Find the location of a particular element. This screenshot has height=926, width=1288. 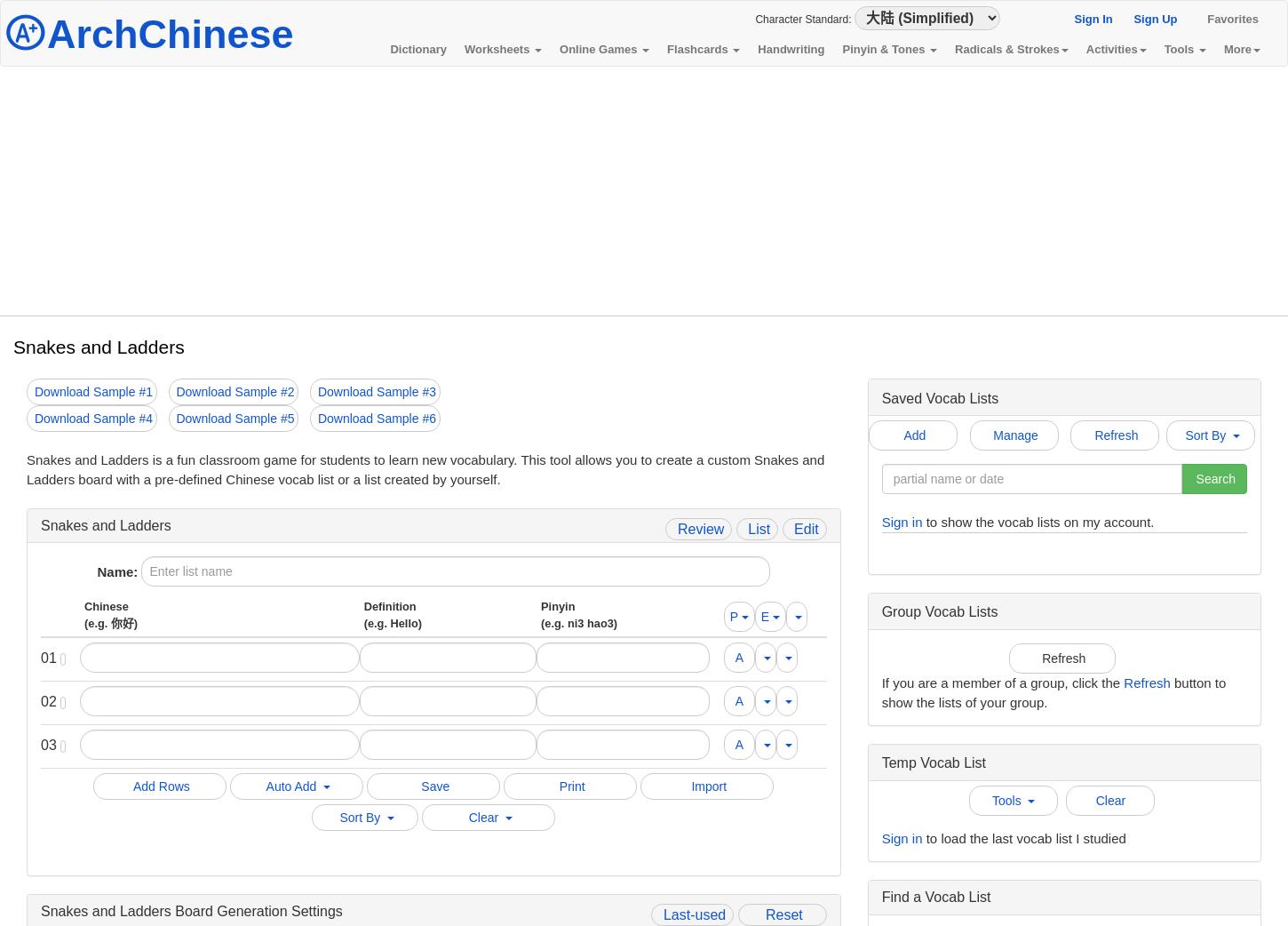

'Definition' is located at coordinates (362, 606).